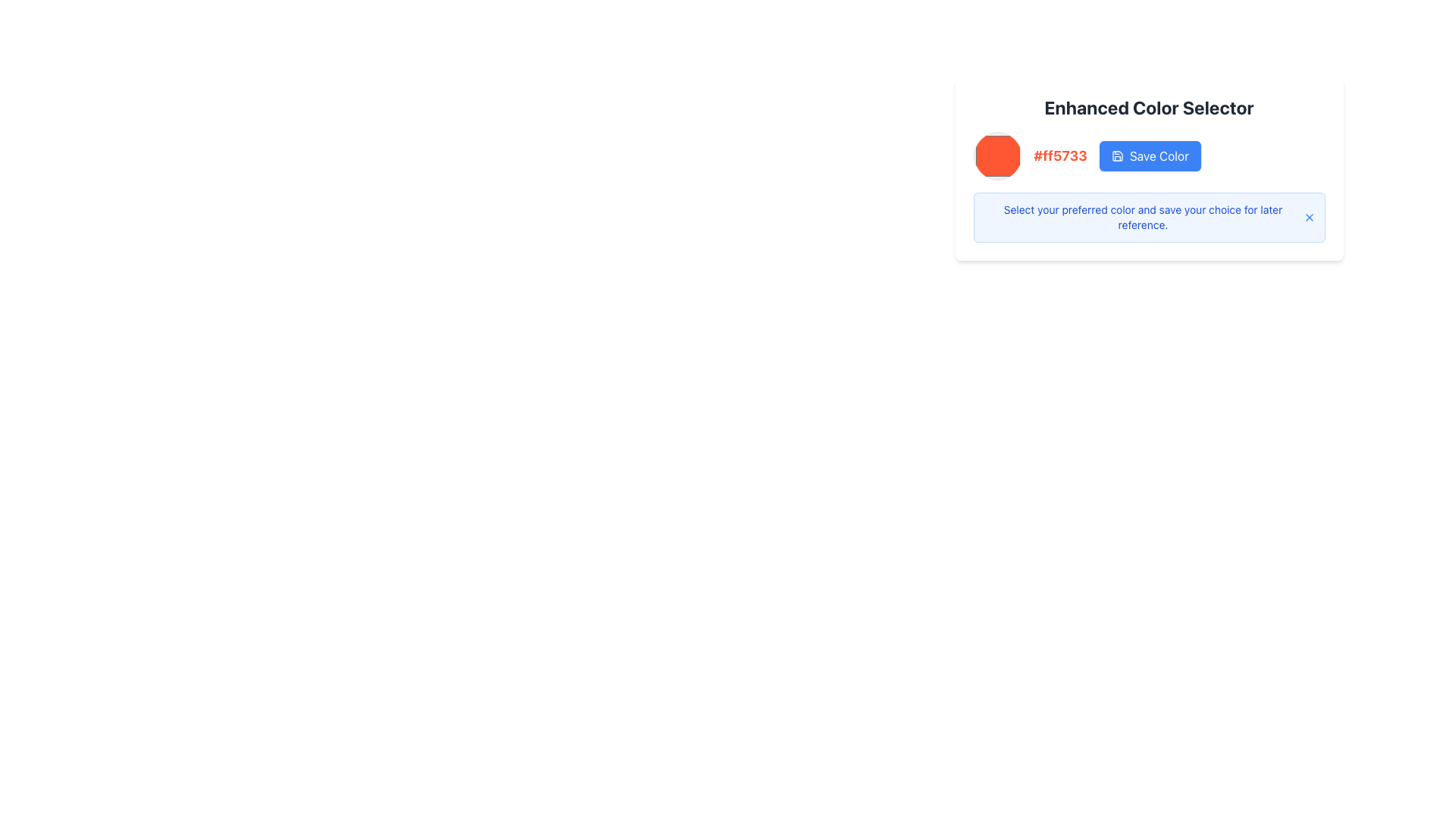 The width and height of the screenshot is (1456, 819). Describe the element at coordinates (1059, 155) in the screenshot. I see `the Text Label that visually represents the color code '#ff5733', located below the circular color swatch and to the left of the 'Save Color' button in the 'Enhanced Color Selector' section` at that location.